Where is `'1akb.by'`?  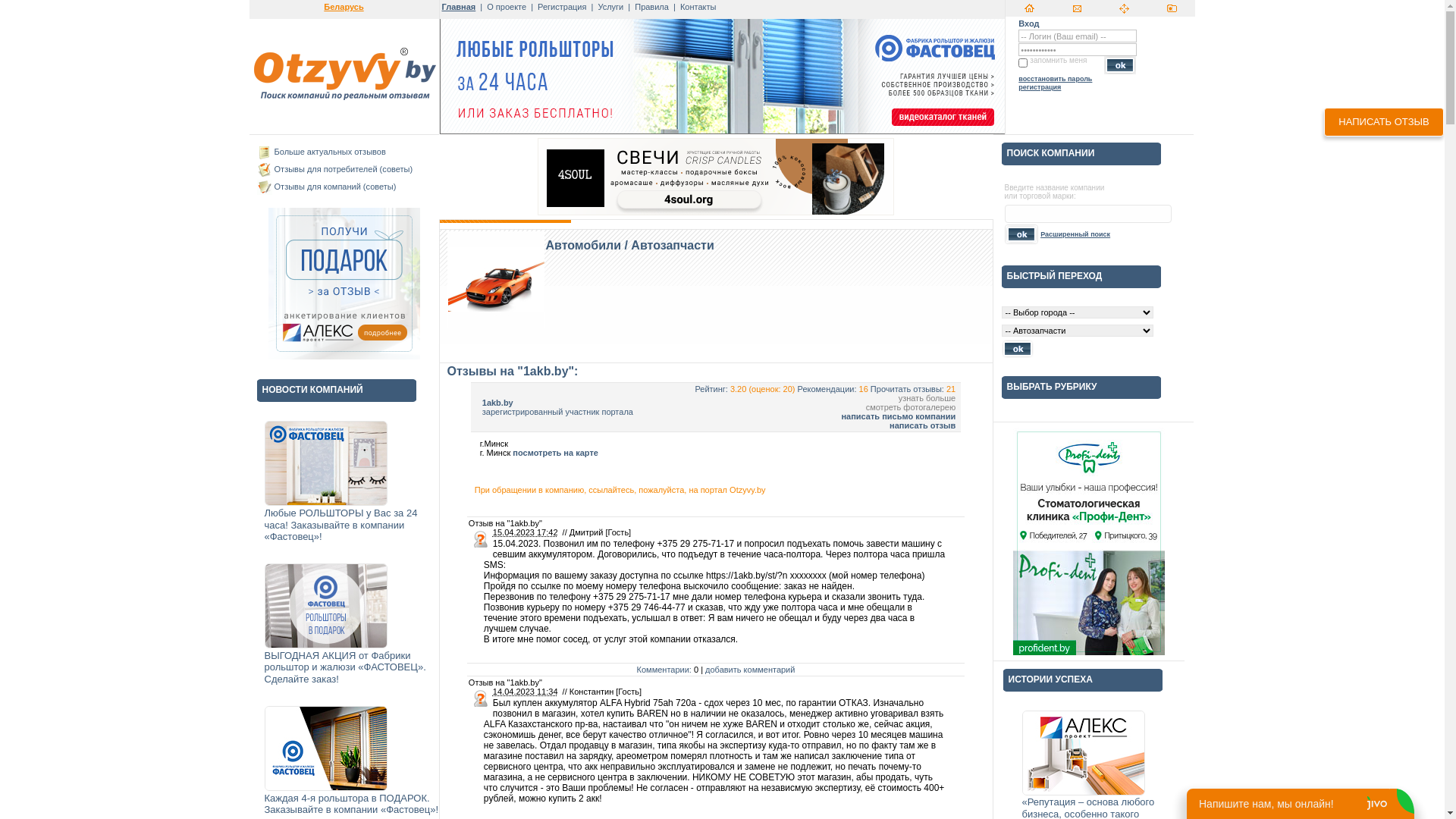 '1akb.by' is located at coordinates (497, 402).